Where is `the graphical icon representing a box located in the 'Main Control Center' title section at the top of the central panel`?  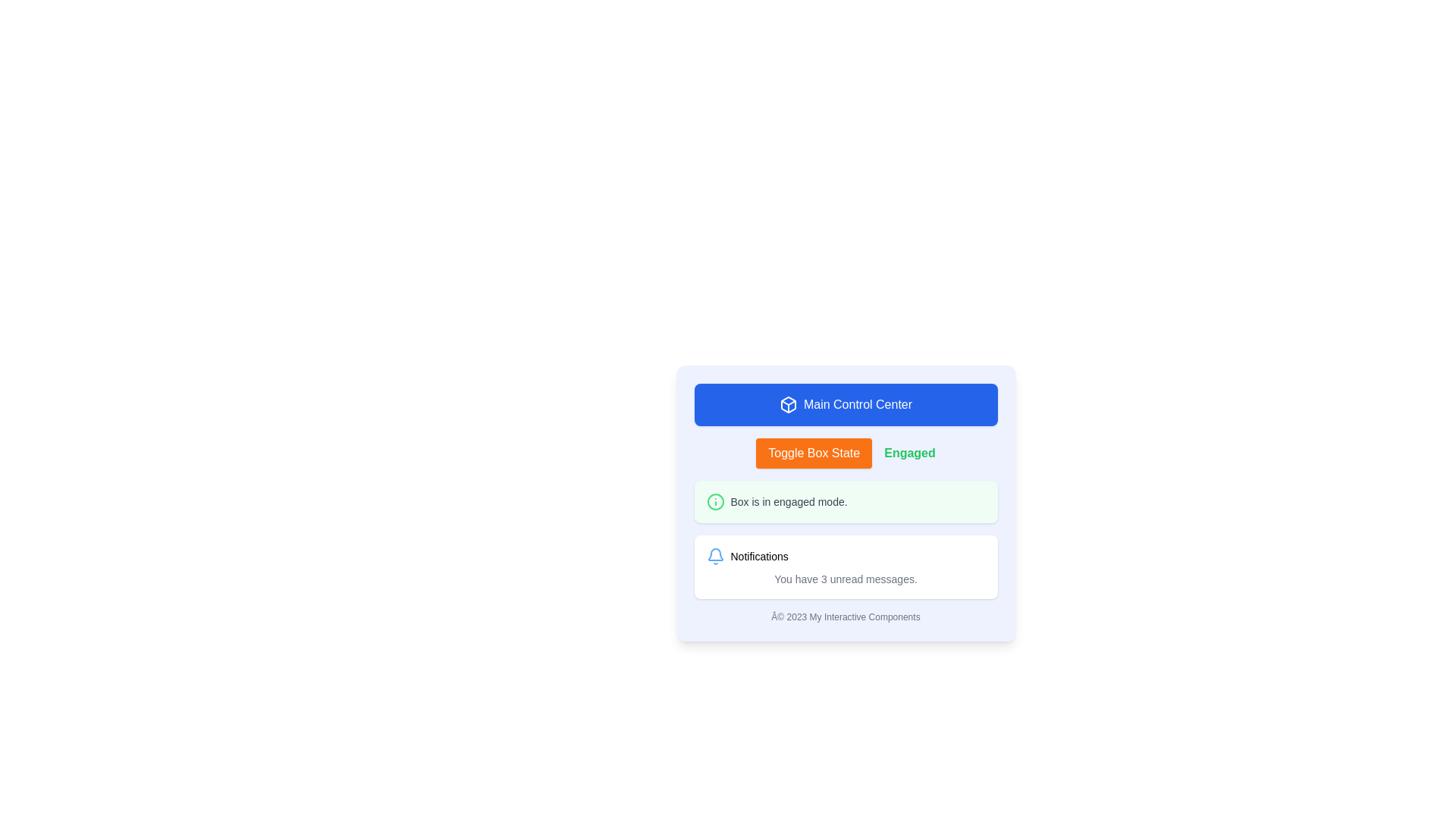 the graphical icon representing a box located in the 'Main Control Center' title section at the top of the central panel is located at coordinates (788, 403).